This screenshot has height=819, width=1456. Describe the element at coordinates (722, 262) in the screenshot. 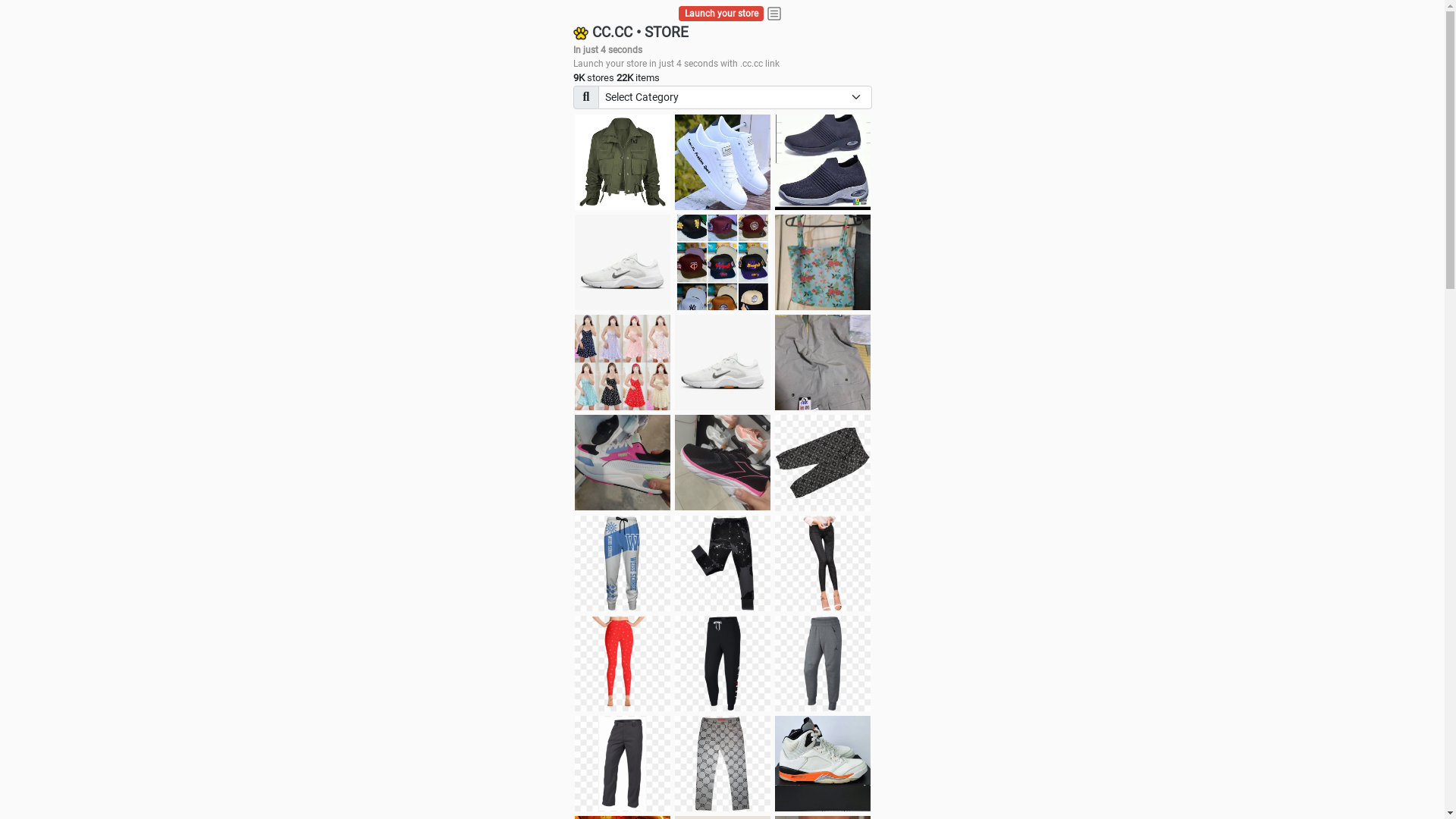

I see `'Things we need'` at that location.